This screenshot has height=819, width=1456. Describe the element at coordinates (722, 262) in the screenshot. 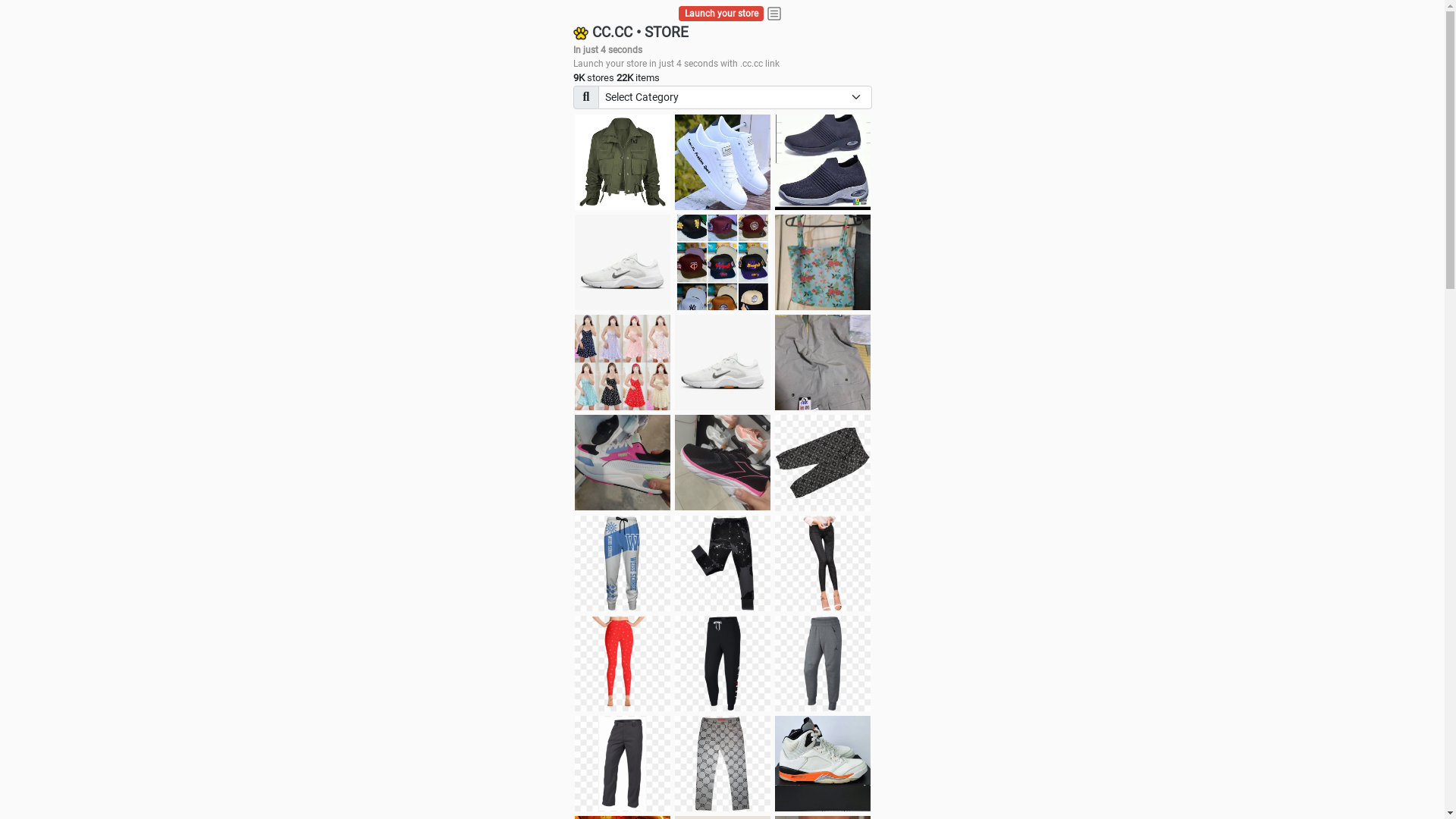

I see `'Things we need'` at that location.